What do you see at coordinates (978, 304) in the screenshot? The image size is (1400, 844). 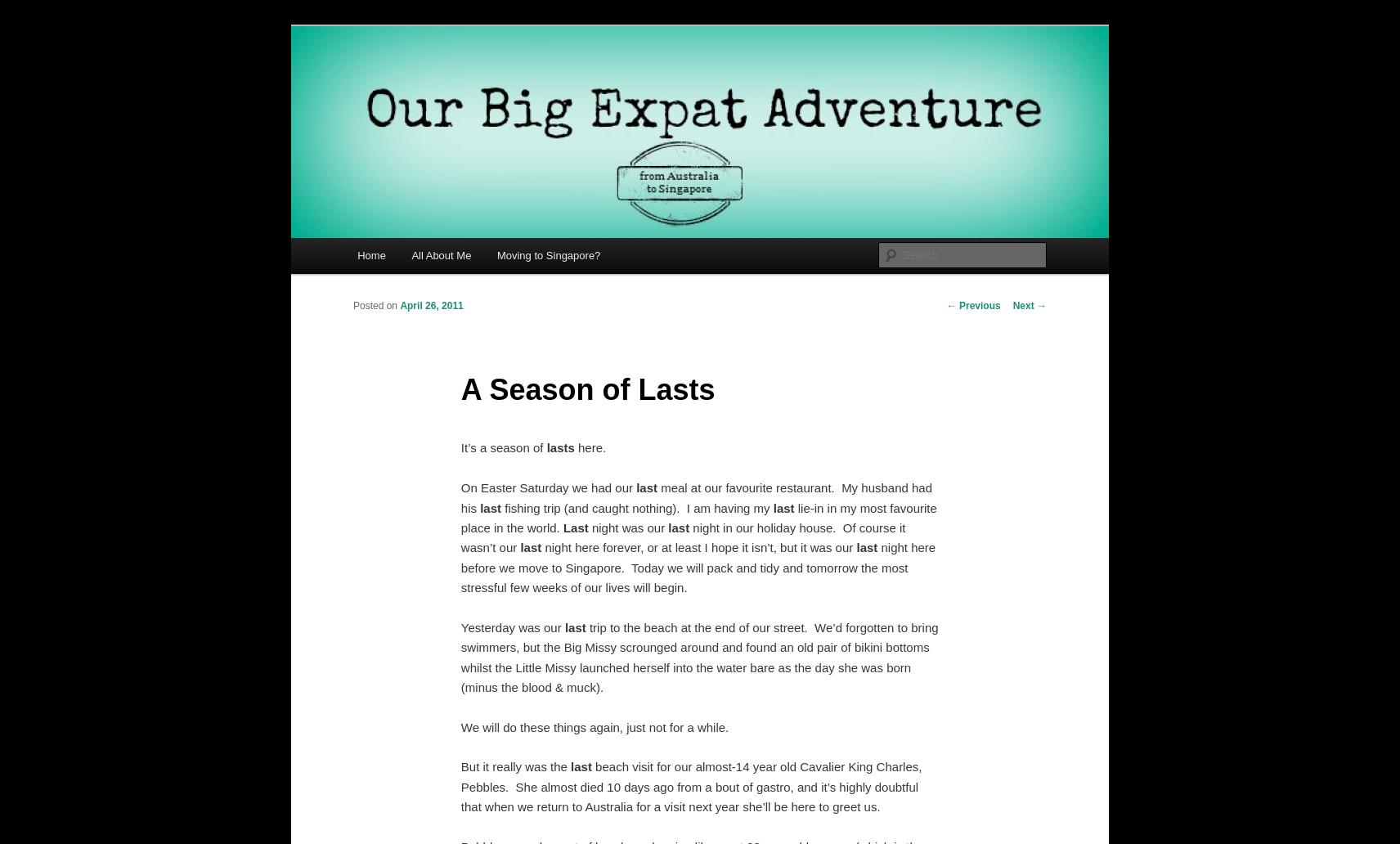 I see `'Previous'` at bounding box center [978, 304].